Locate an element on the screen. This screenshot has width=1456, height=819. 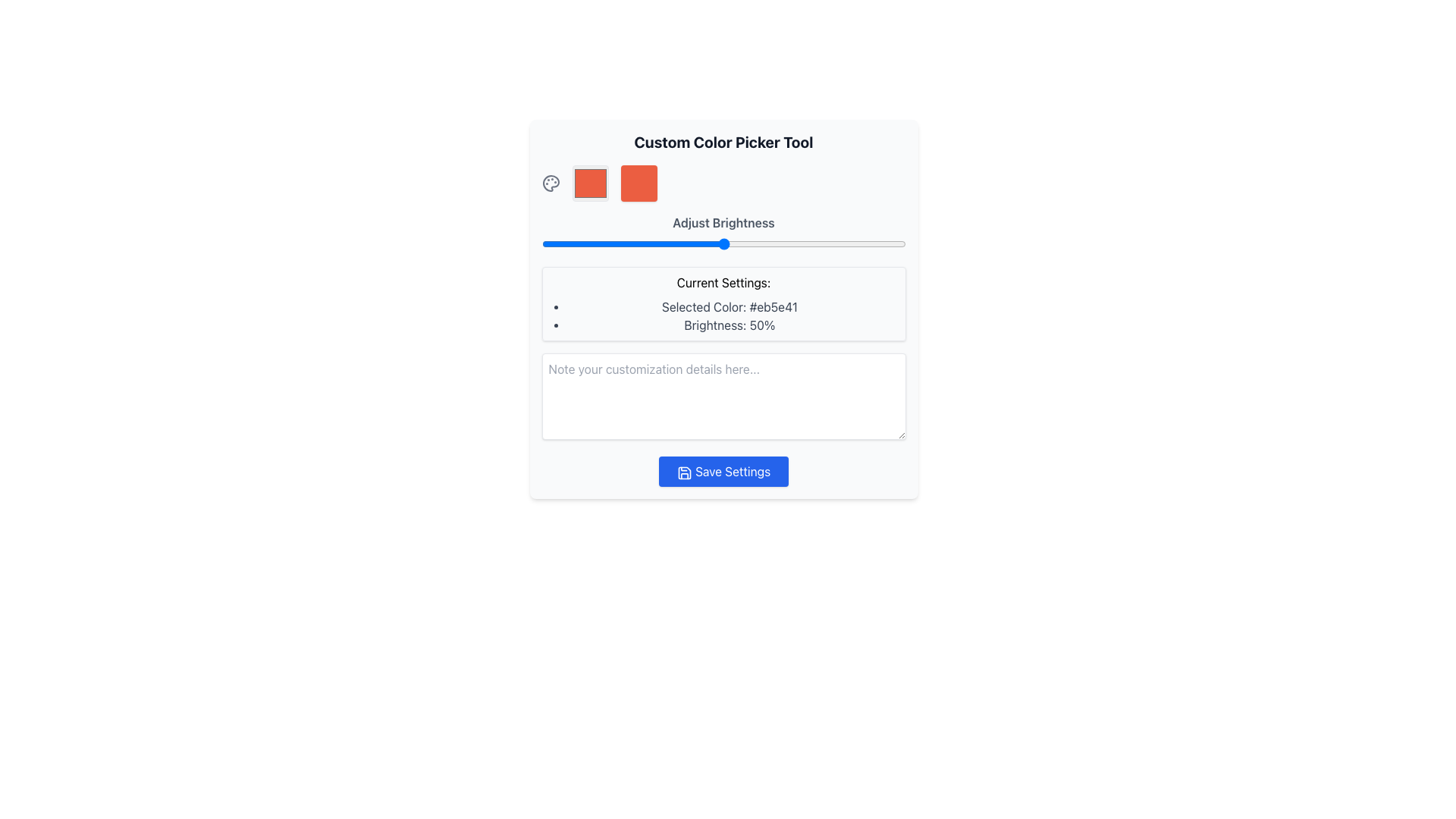
brightness is located at coordinates (636, 243).